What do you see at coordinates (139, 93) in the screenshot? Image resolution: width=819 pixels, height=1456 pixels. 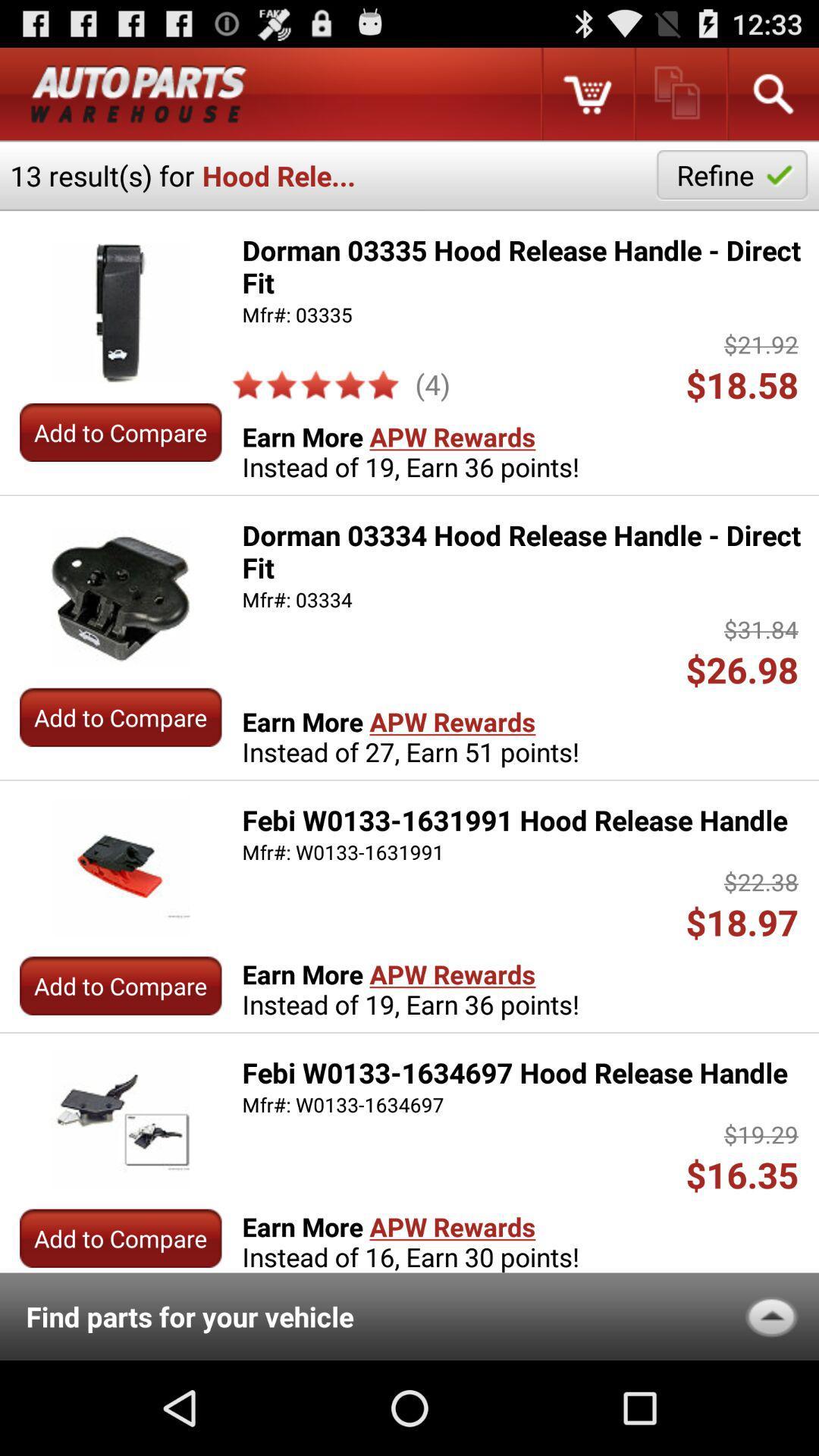 I see `return to main menu` at bounding box center [139, 93].